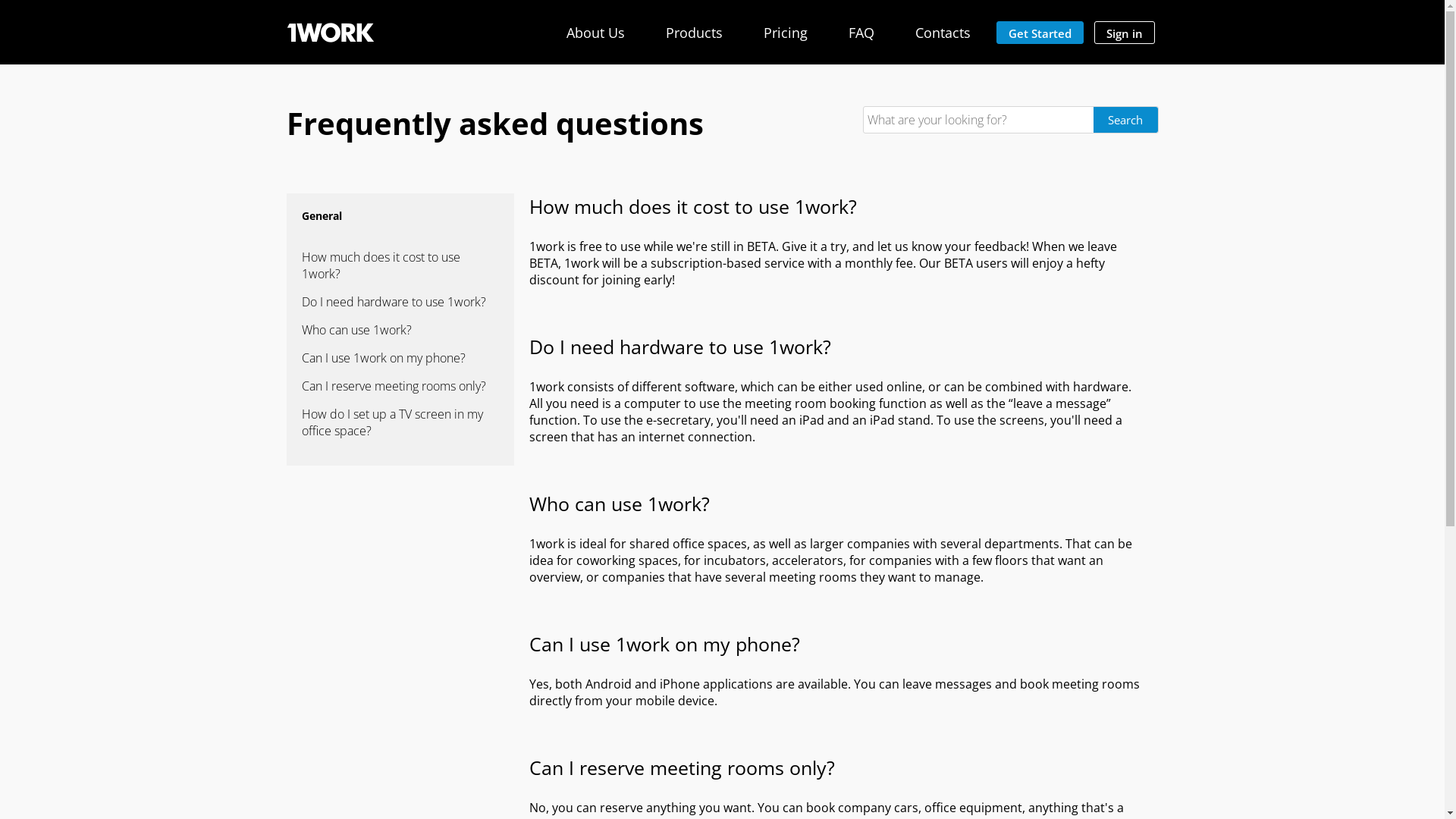  I want to click on 'Get Started', so click(996, 32).